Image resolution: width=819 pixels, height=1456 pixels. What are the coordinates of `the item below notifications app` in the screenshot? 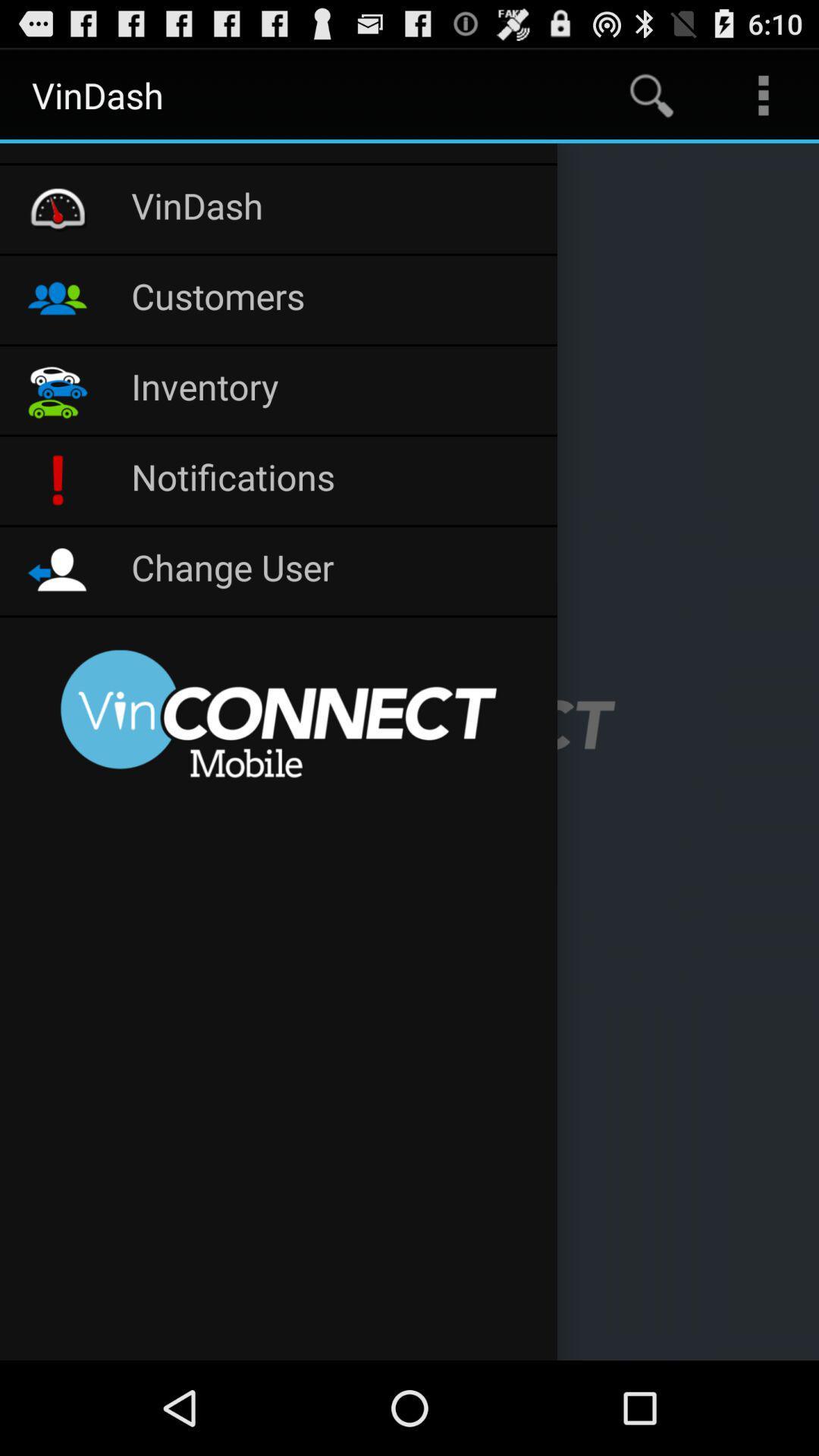 It's located at (335, 570).